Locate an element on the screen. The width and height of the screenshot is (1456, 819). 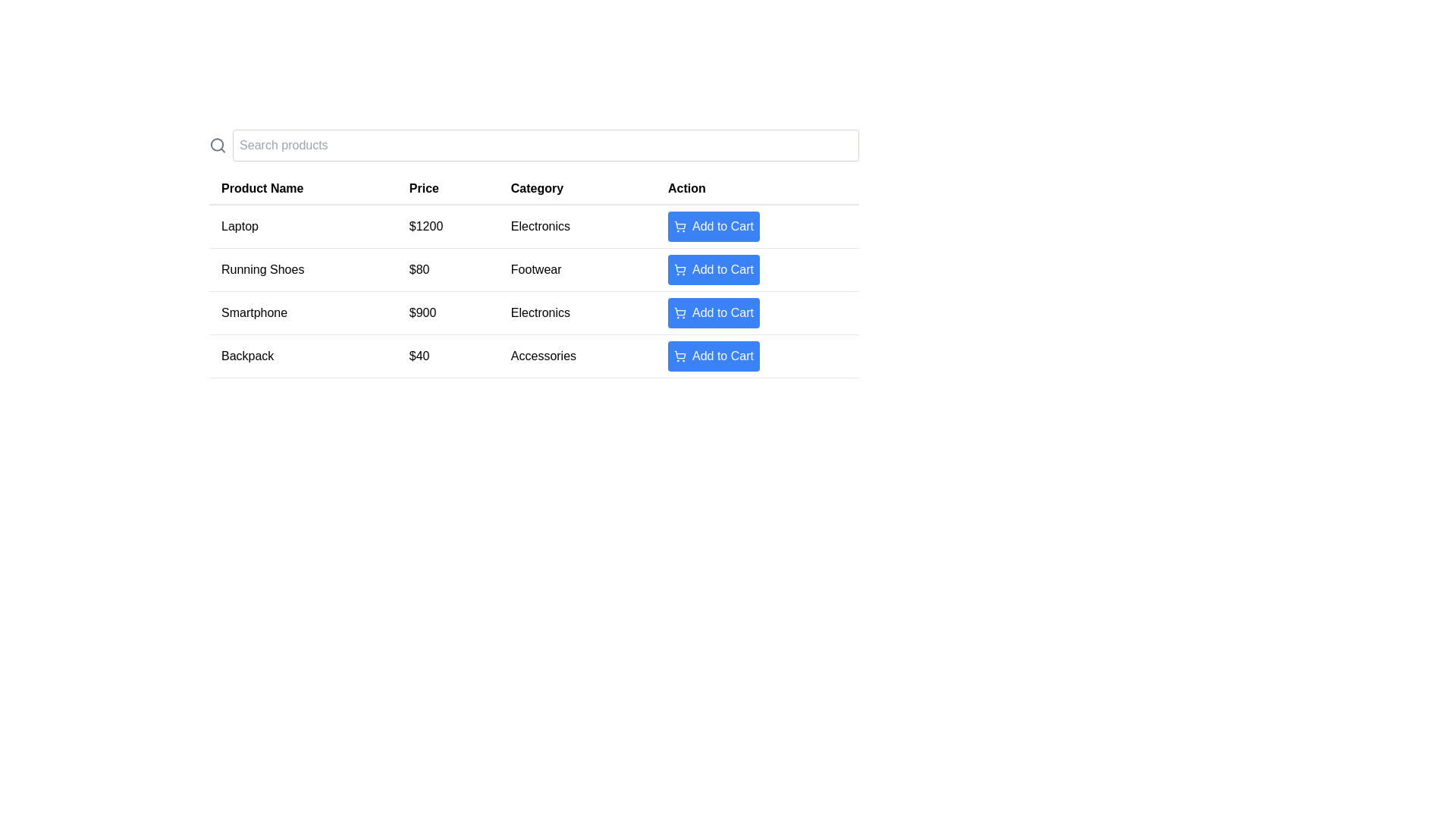
the second row of the product summary table is located at coordinates (534, 291).